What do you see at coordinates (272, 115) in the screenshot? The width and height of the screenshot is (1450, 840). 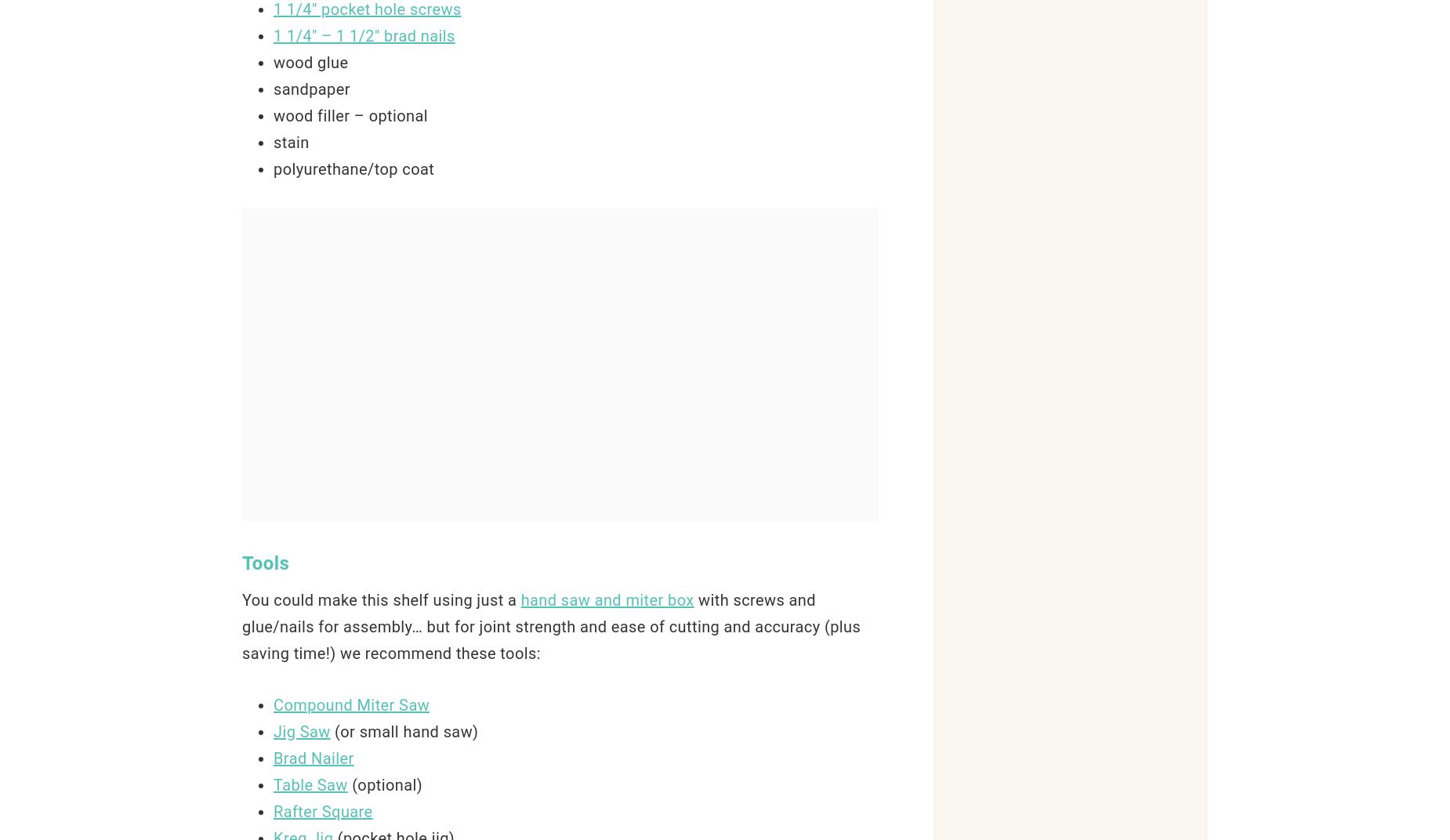 I see `'wood filler – optional'` at bounding box center [272, 115].